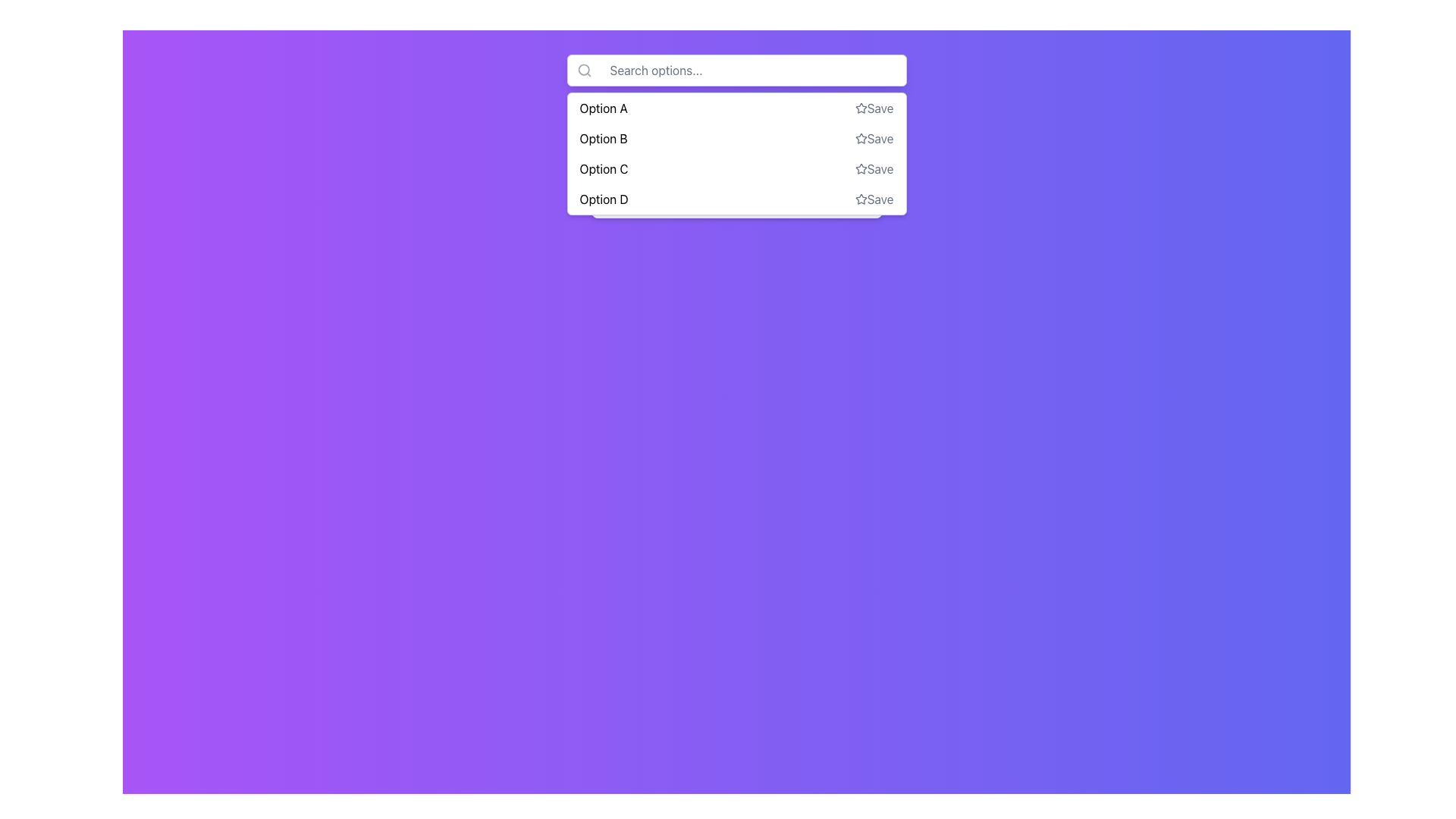 This screenshot has height=819, width=1456. What do you see at coordinates (861, 107) in the screenshot?
I see `the small star icon located to the right of the 'Option A' text in the dropdown menu` at bounding box center [861, 107].